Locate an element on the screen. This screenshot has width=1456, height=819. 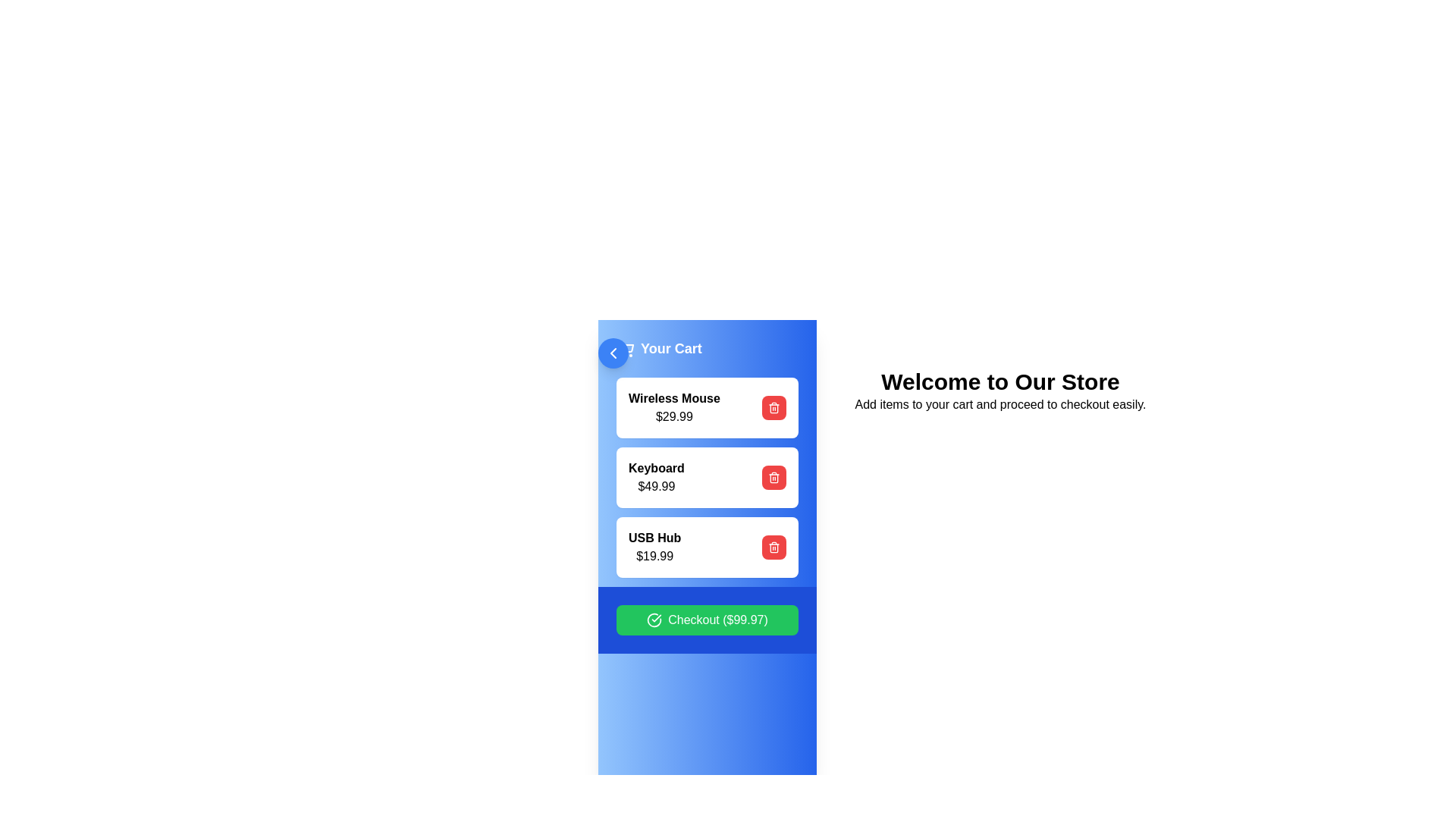
the text heading that displays 'Welcome to Our Store', which is a bold and large-size font element positioned above a paragraph is located at coordinates (1000, 381).